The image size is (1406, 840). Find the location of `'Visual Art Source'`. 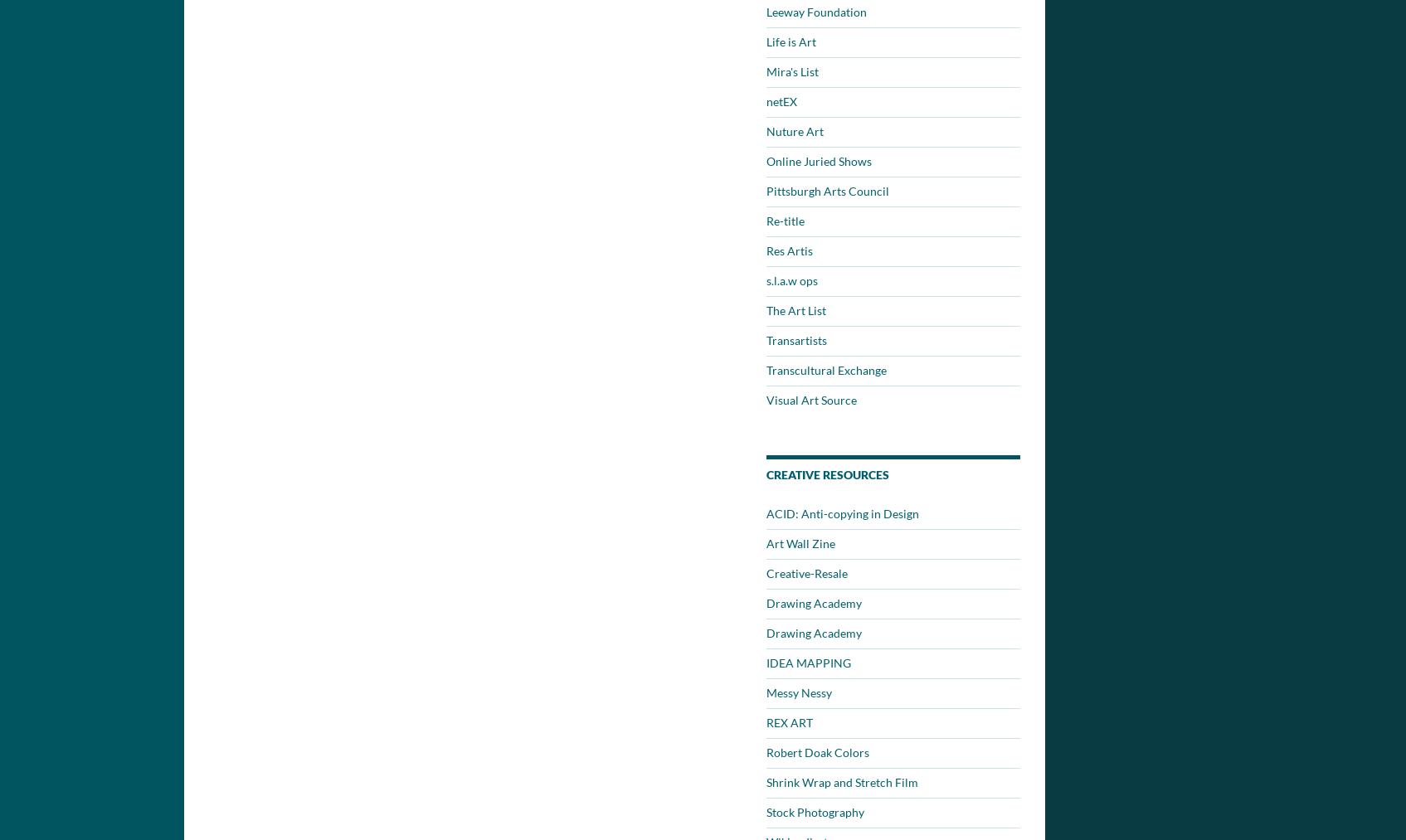

'Visual Art Source' is located at coordinates (811, 399).